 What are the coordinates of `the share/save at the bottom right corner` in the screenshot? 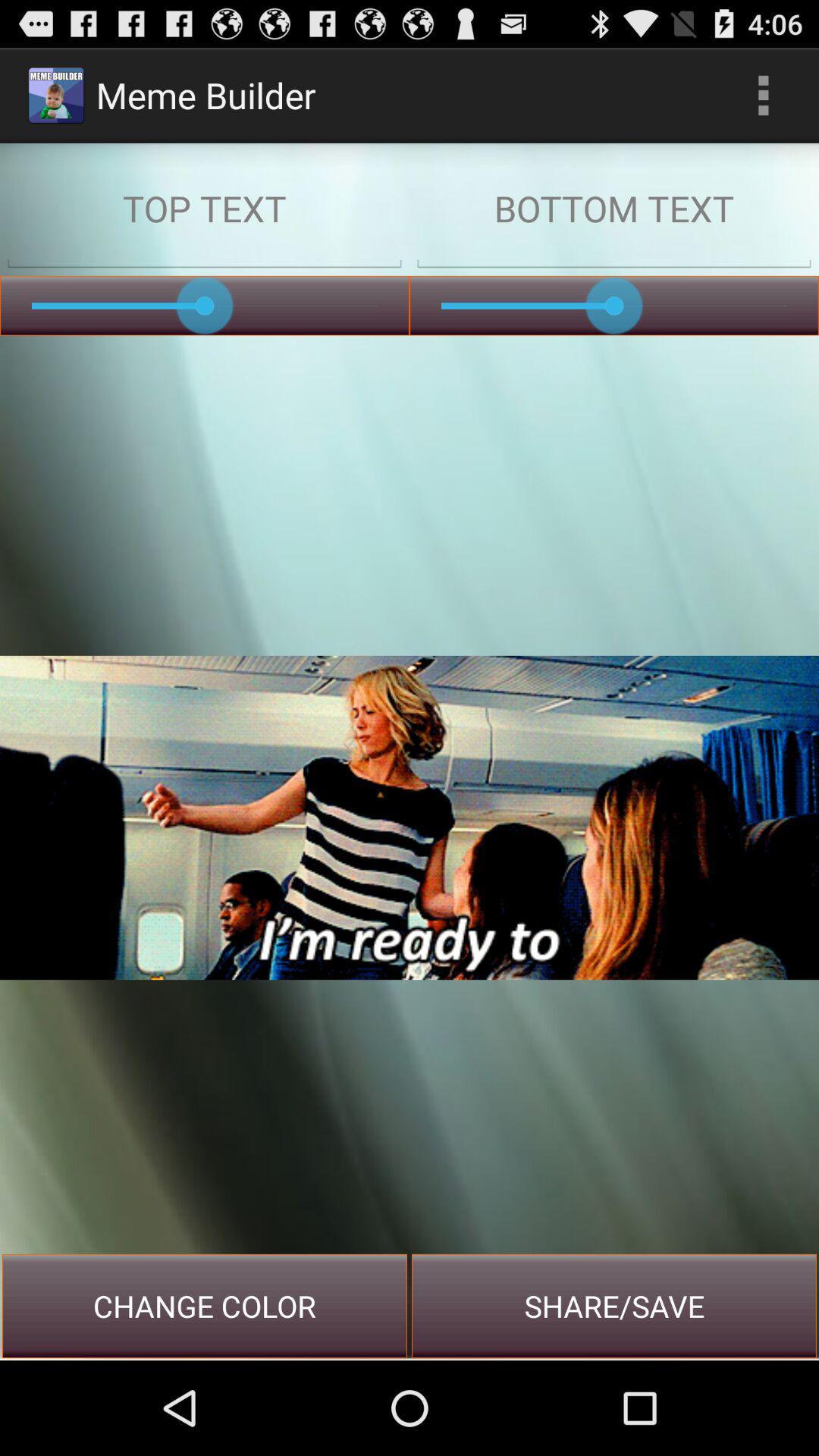 It's located at (614, 1305).